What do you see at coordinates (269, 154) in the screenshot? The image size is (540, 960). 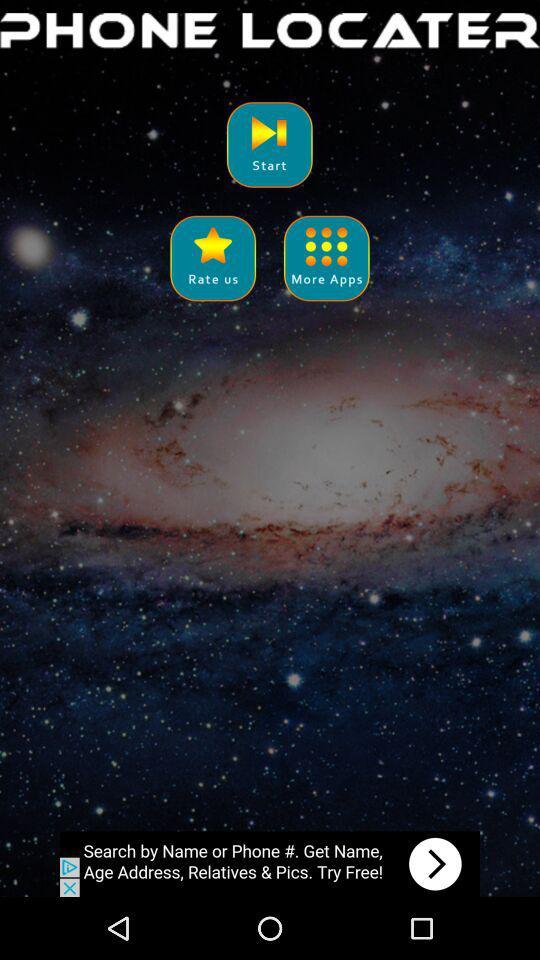 I see `the skip_next icon` at bounding box center [269, 154].